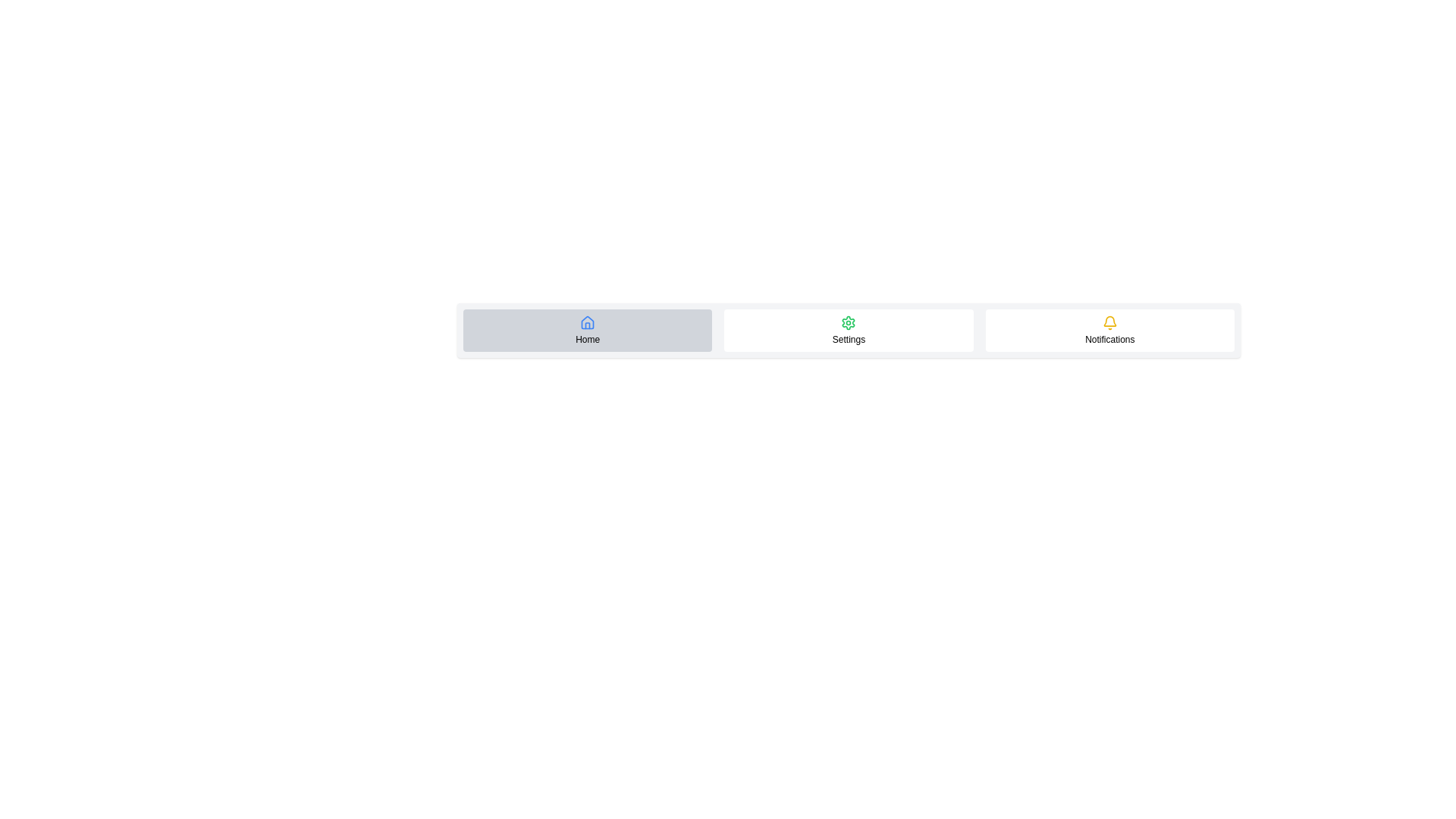 This screenshot has height=819, width=1456. Describe the element at coordinates (1109, 338) in the screenshot. I see `the 'Notifications' text label located below the yellow notification bell icon on the right end of the navigation bar for accessibility purposes` at that location.